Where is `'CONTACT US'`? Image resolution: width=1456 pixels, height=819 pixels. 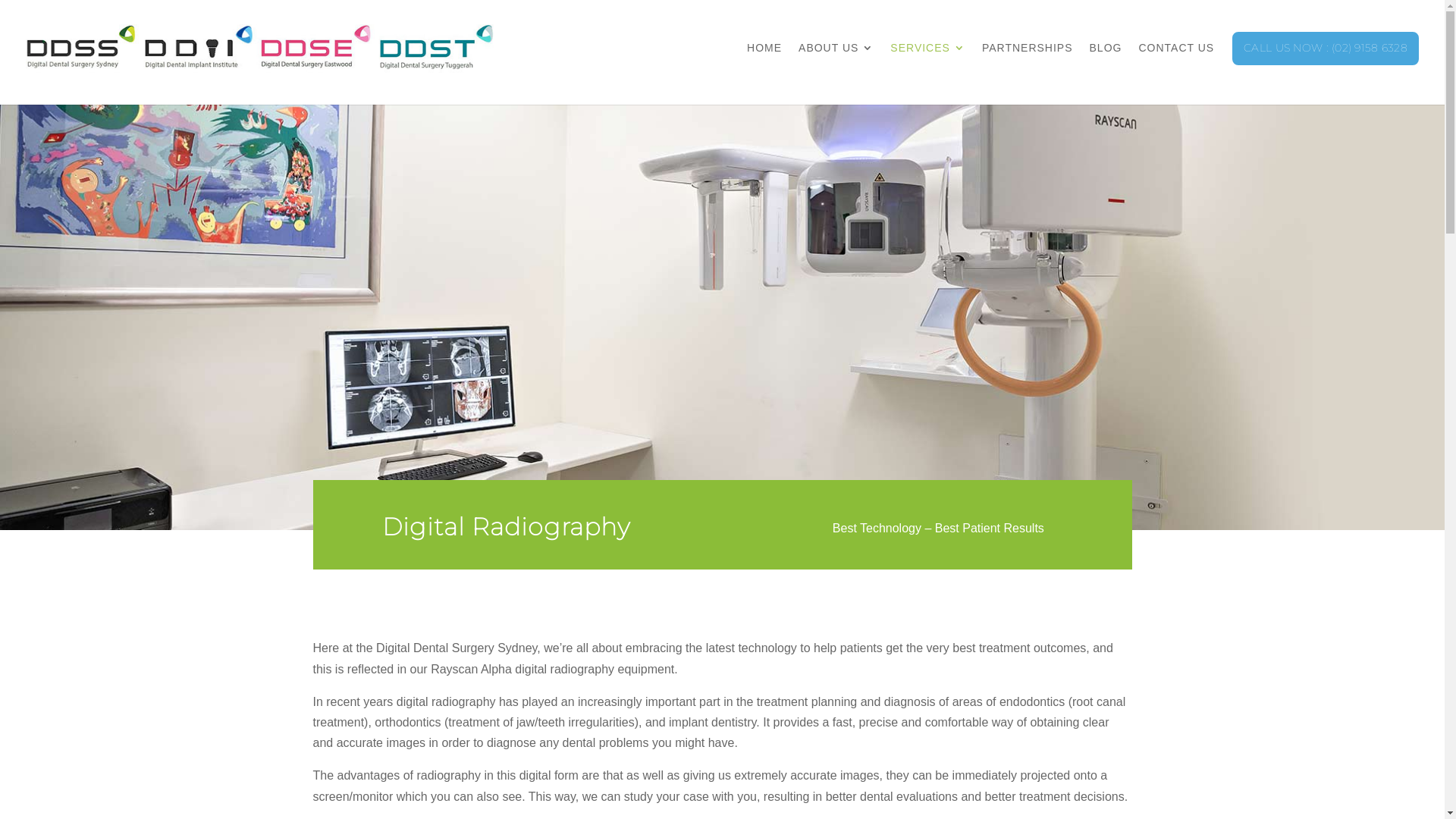 'CONTACT US' is located at coordinates (1175, 62).